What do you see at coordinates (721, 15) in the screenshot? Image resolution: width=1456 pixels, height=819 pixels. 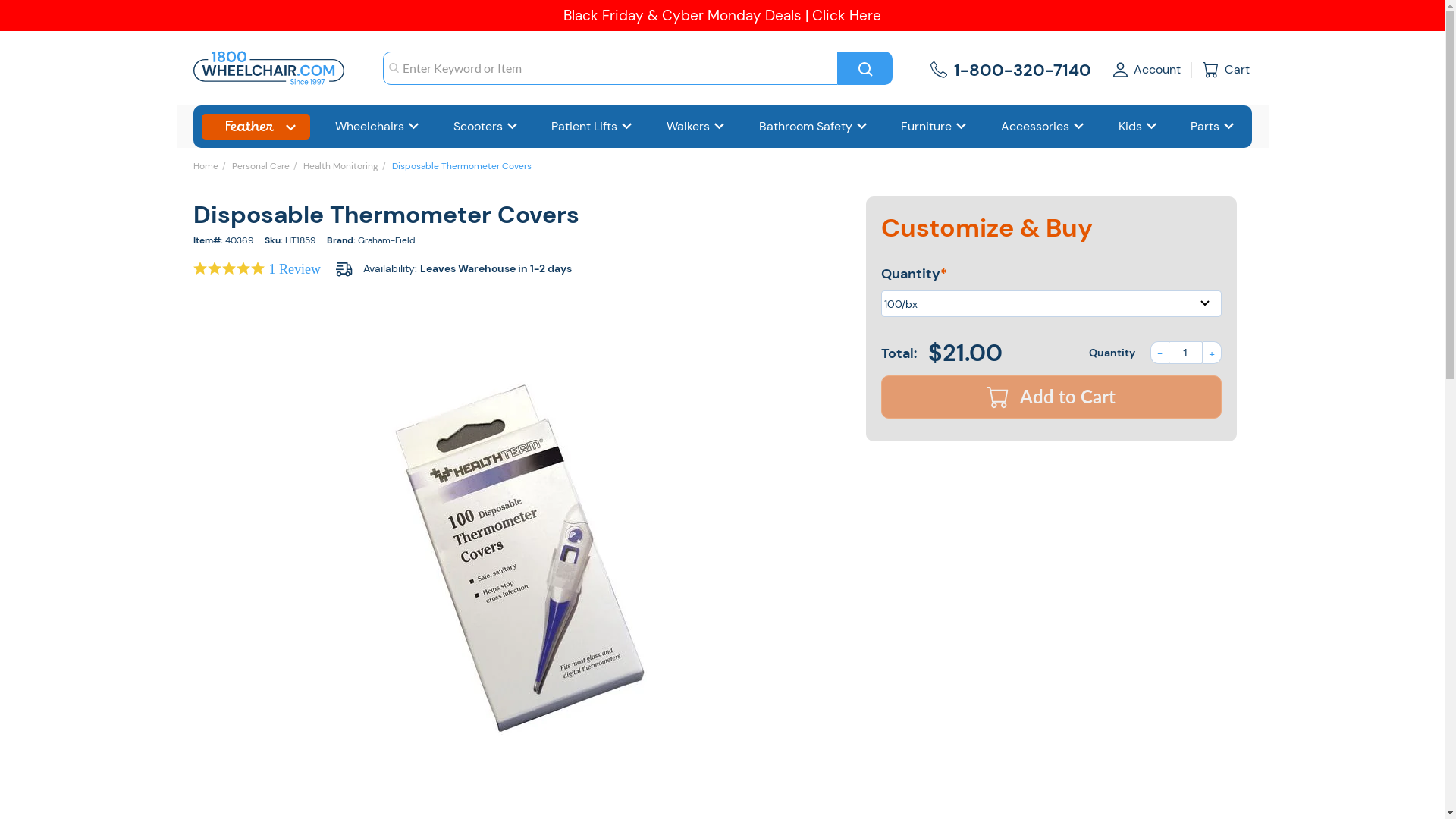 I see `'Black Friday & Cyber Monday Deals | Click Here'` at bounding box center [721, 15].